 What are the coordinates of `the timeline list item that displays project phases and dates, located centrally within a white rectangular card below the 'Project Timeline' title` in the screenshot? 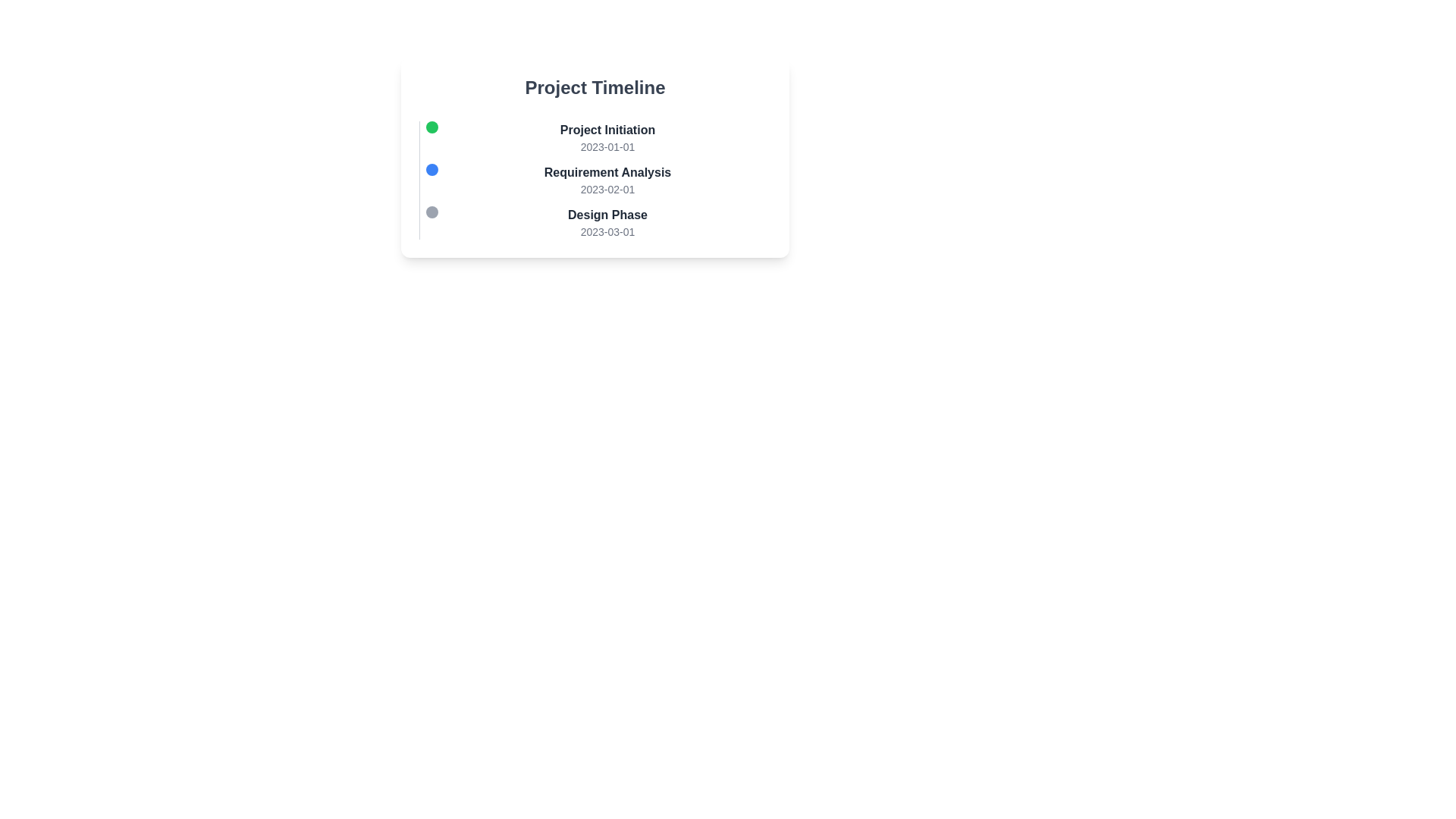 It's located at (595, 180).